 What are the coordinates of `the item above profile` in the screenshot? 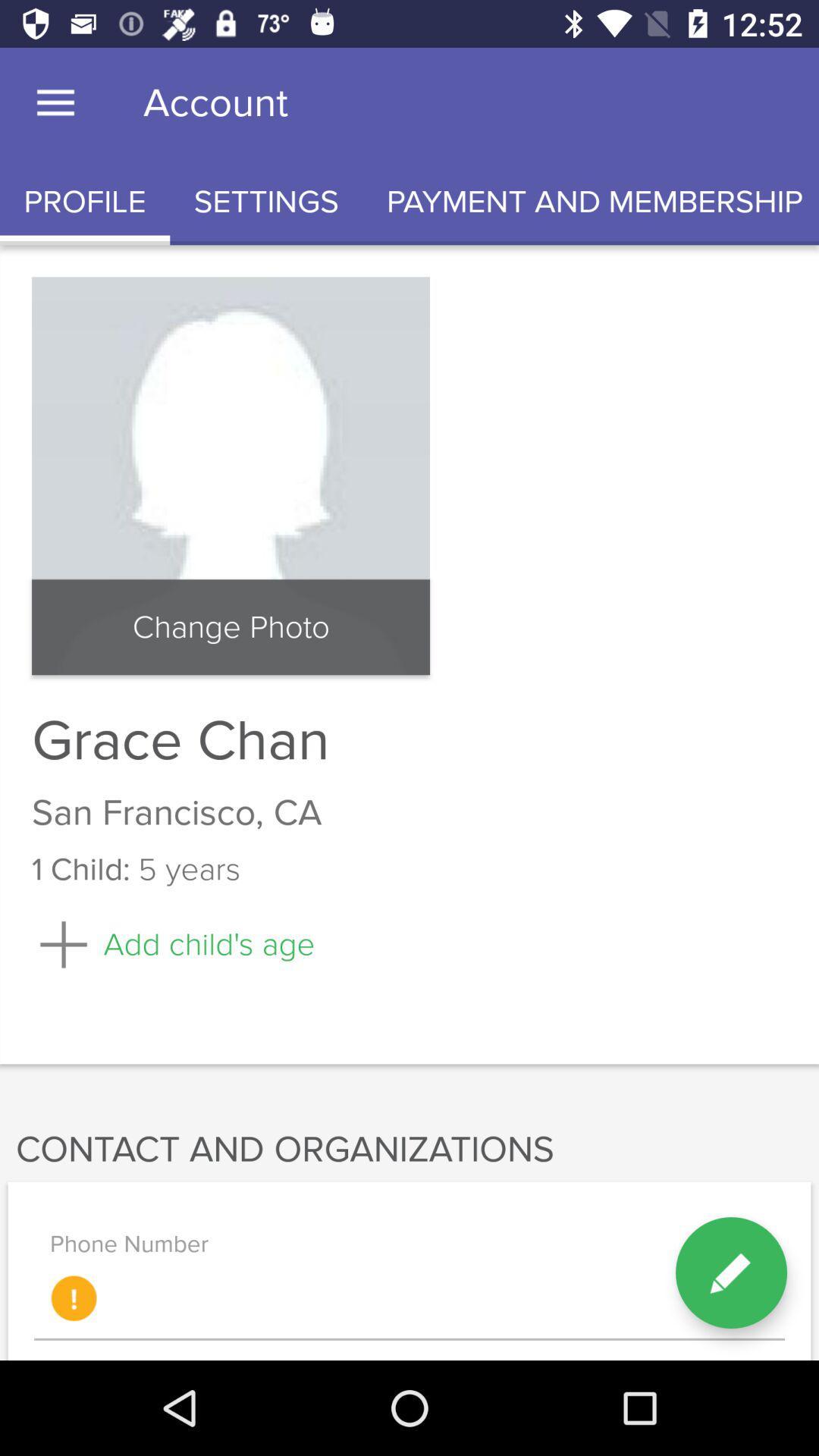 It's located at (55, 102).